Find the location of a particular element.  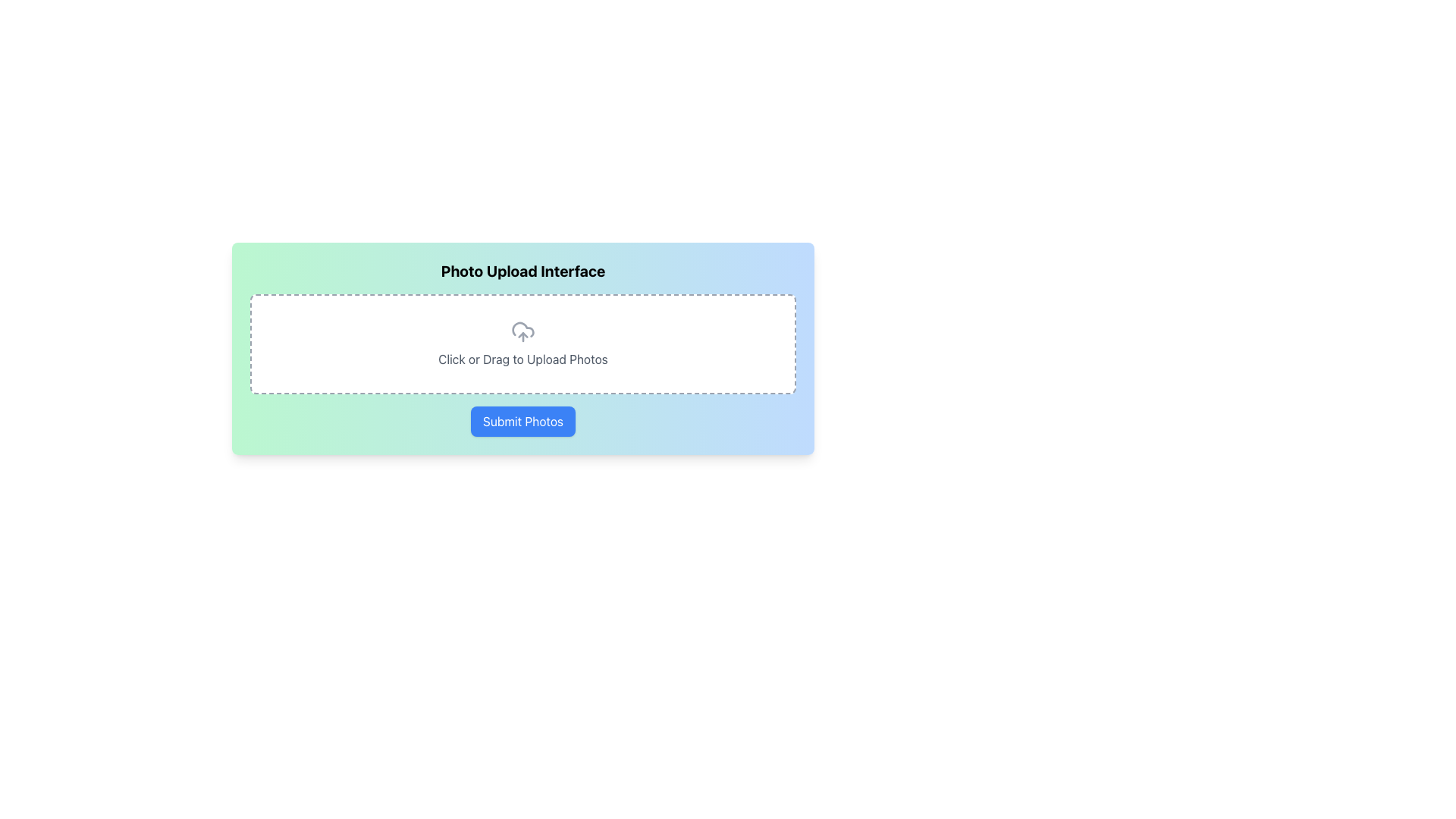

the submit button is located at coordinates (523, 421).